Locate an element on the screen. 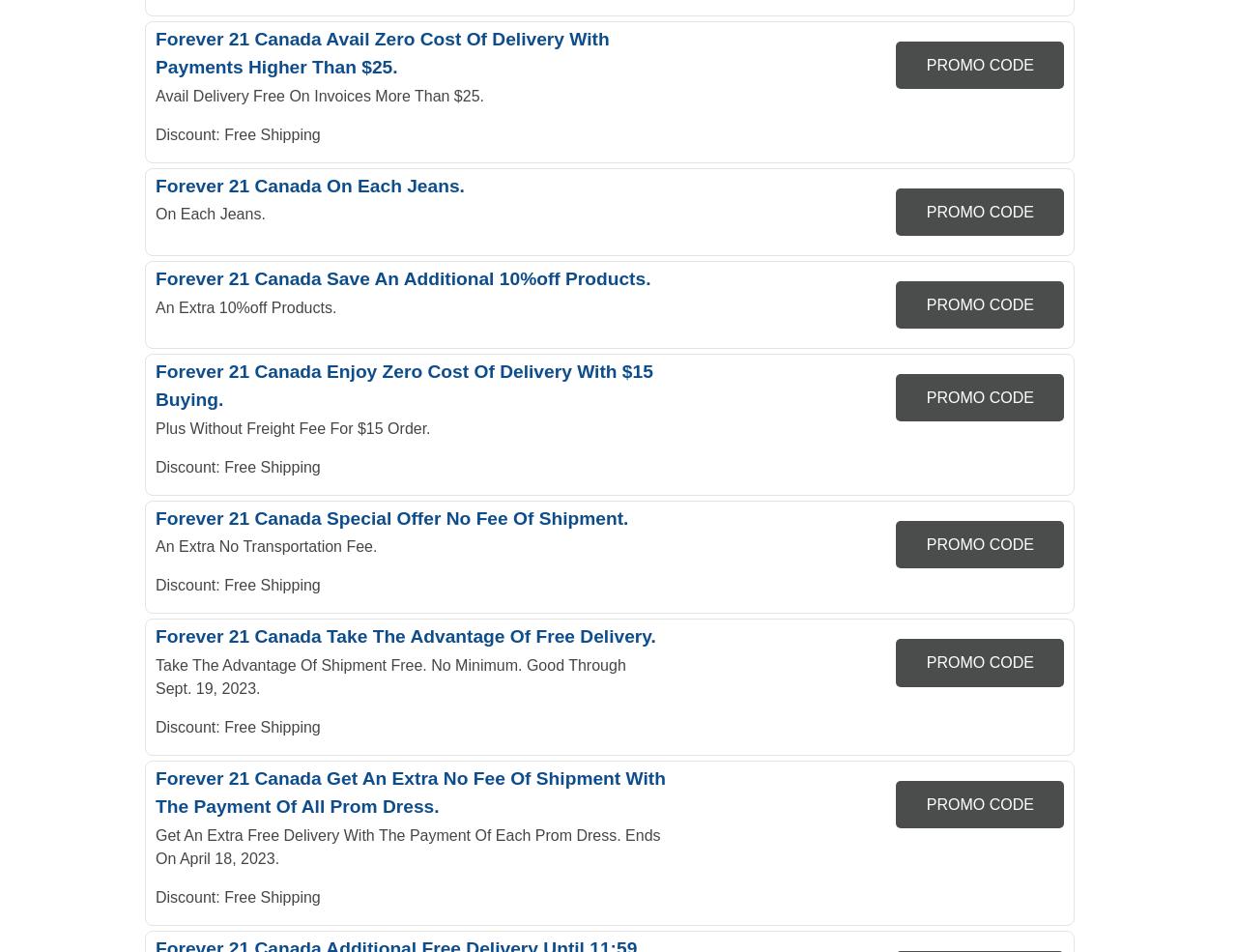 The width and height of the screenshot is (1237, 952). 'Plus Without Freight Fee For $15 Order.' is located at coordinates (156, 426).